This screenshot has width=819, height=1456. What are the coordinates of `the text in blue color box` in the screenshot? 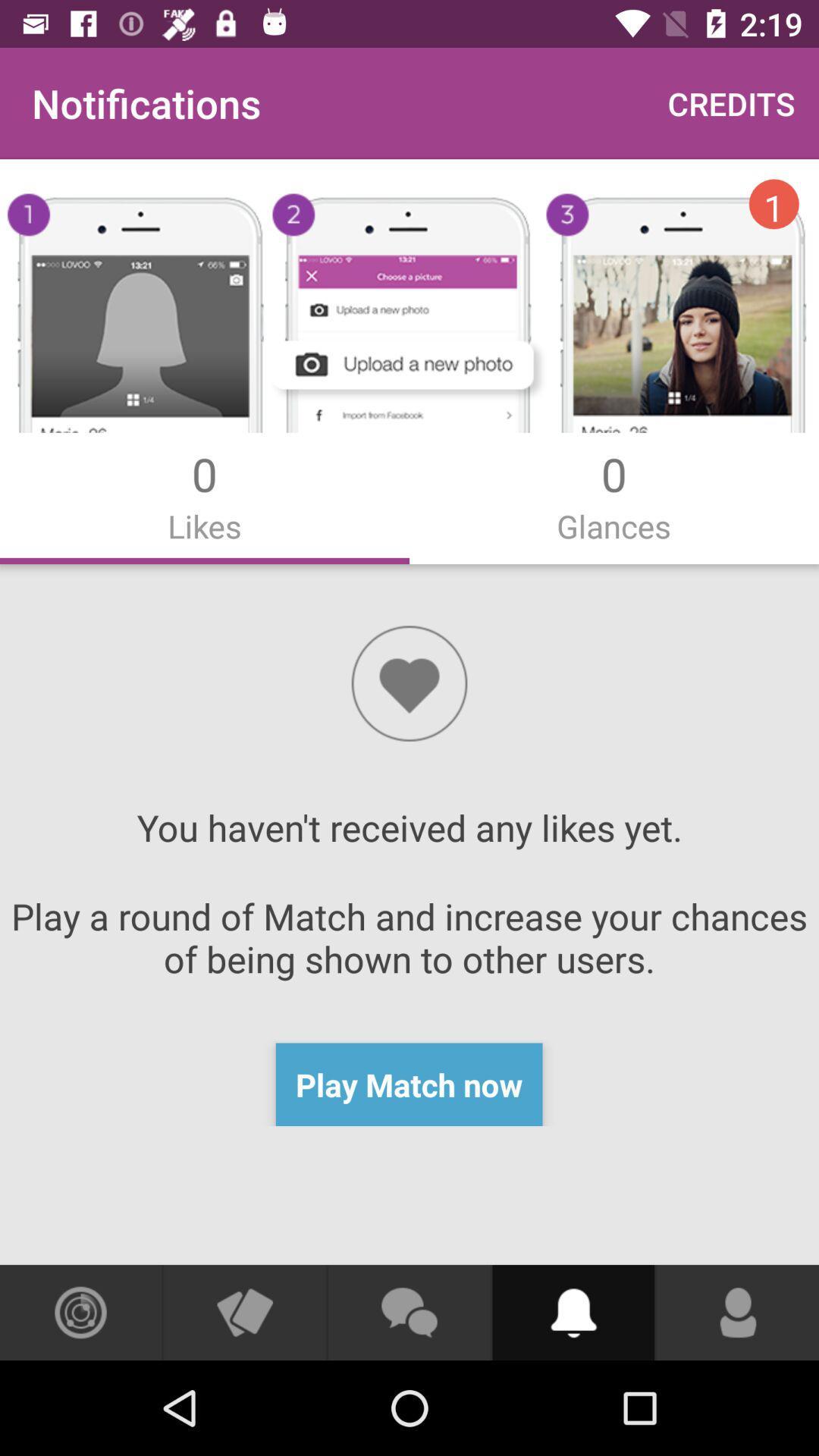 It's located at (409, 1084).